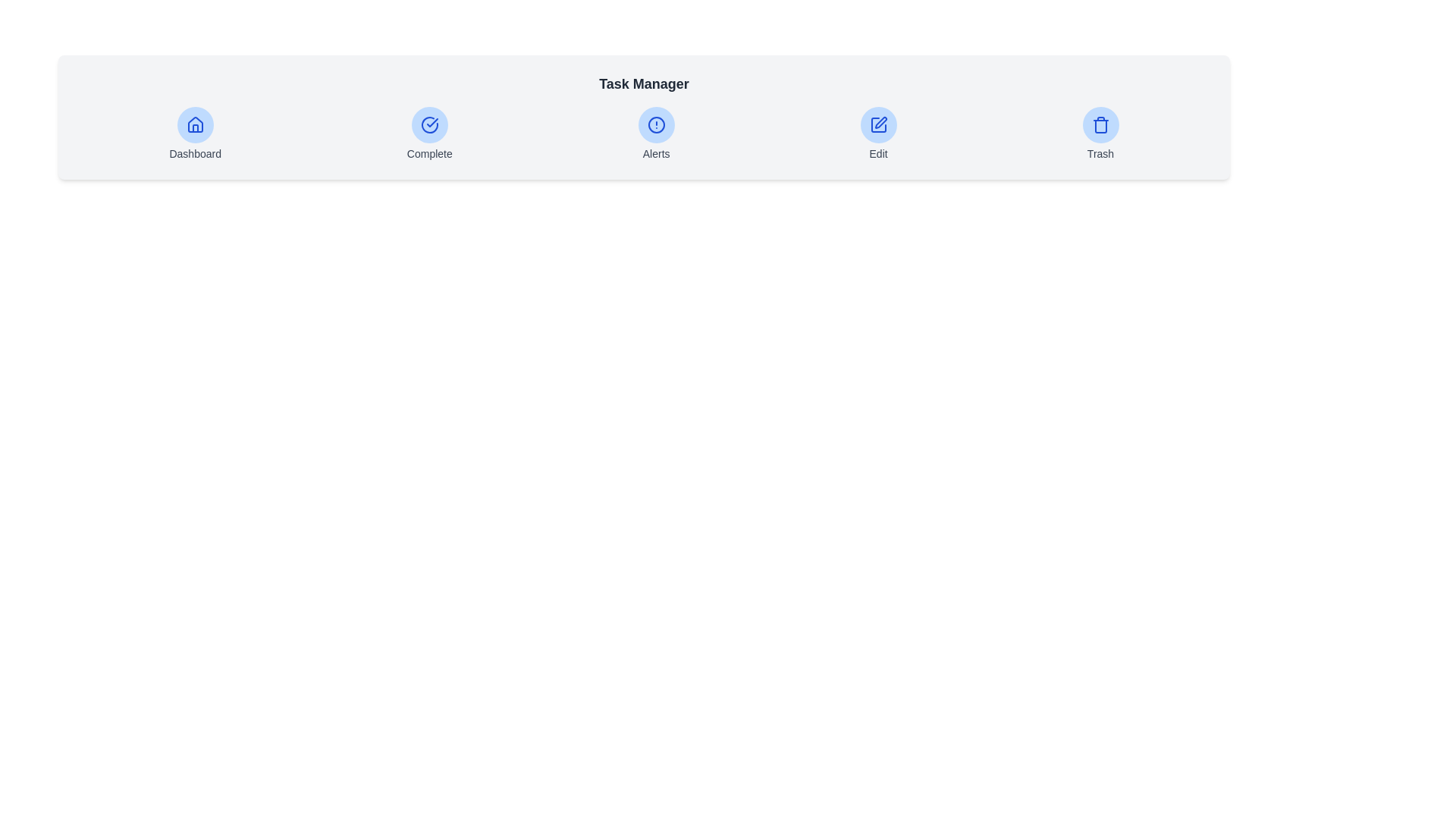  What do you see at coordinates (880, 122) in the screenshot?
I see `the pen-like icon segment within the circular 'Edit' button located in the top center of the interface` at bounding box center [880, 122].